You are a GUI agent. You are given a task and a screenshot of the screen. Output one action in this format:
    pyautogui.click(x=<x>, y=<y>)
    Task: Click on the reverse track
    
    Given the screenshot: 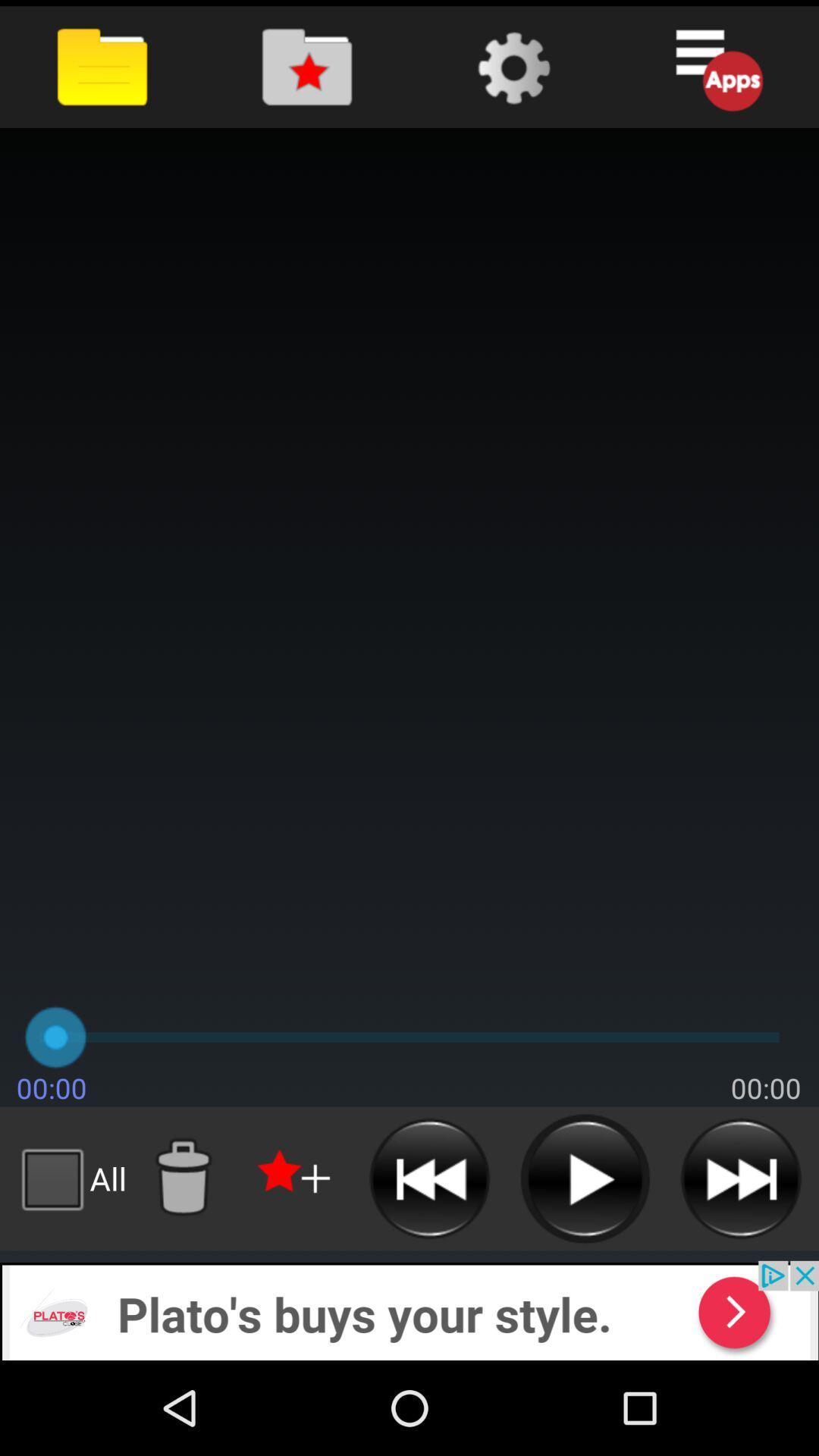 What is the action you would take?
    pyautogui.click(x=429, y=1178)
    